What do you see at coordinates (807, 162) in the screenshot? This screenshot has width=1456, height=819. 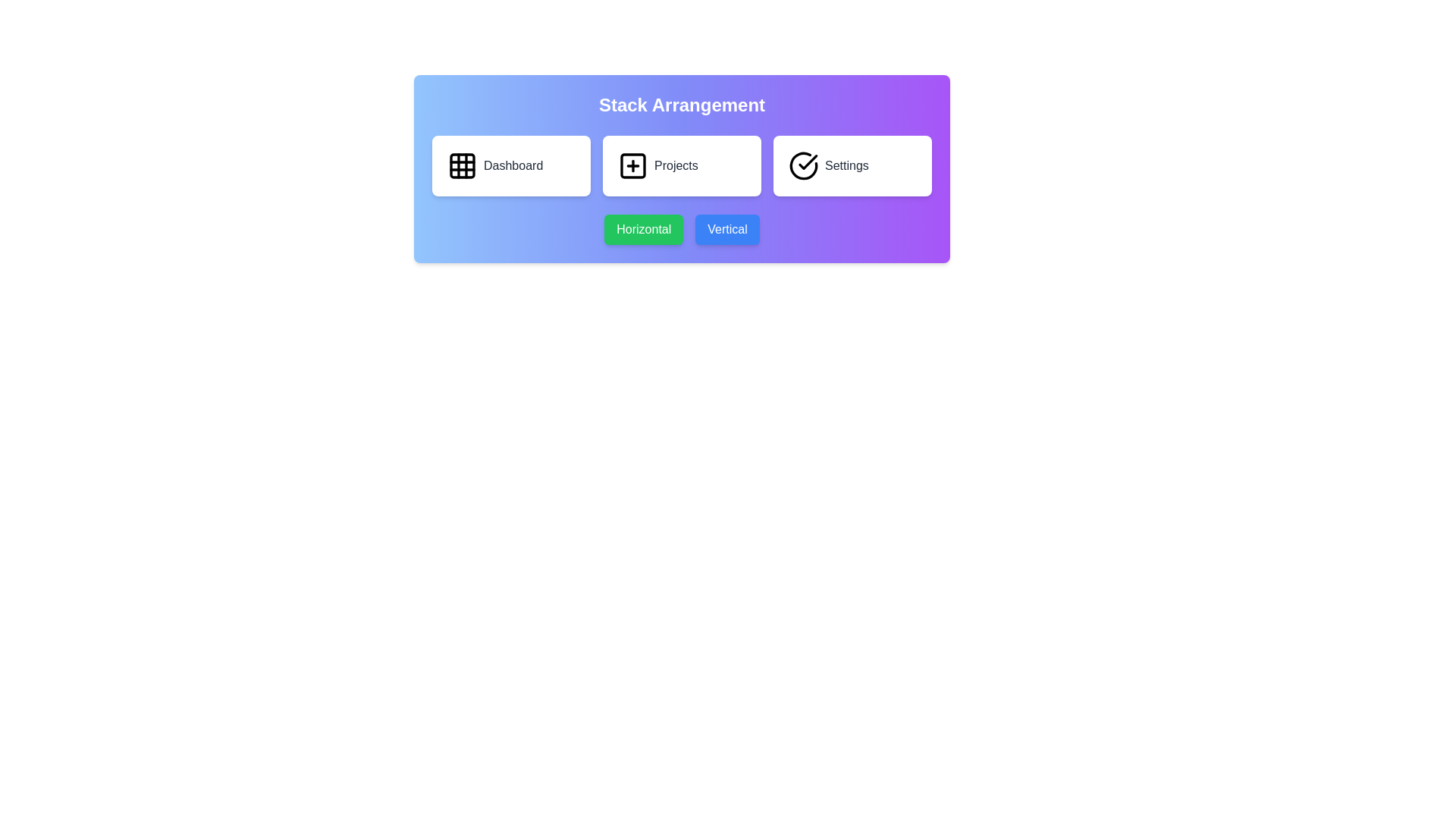 I see `the confirmation icon associated with the 'Settings' option located at the top-right of the interface` at bounding box center [807, 162].